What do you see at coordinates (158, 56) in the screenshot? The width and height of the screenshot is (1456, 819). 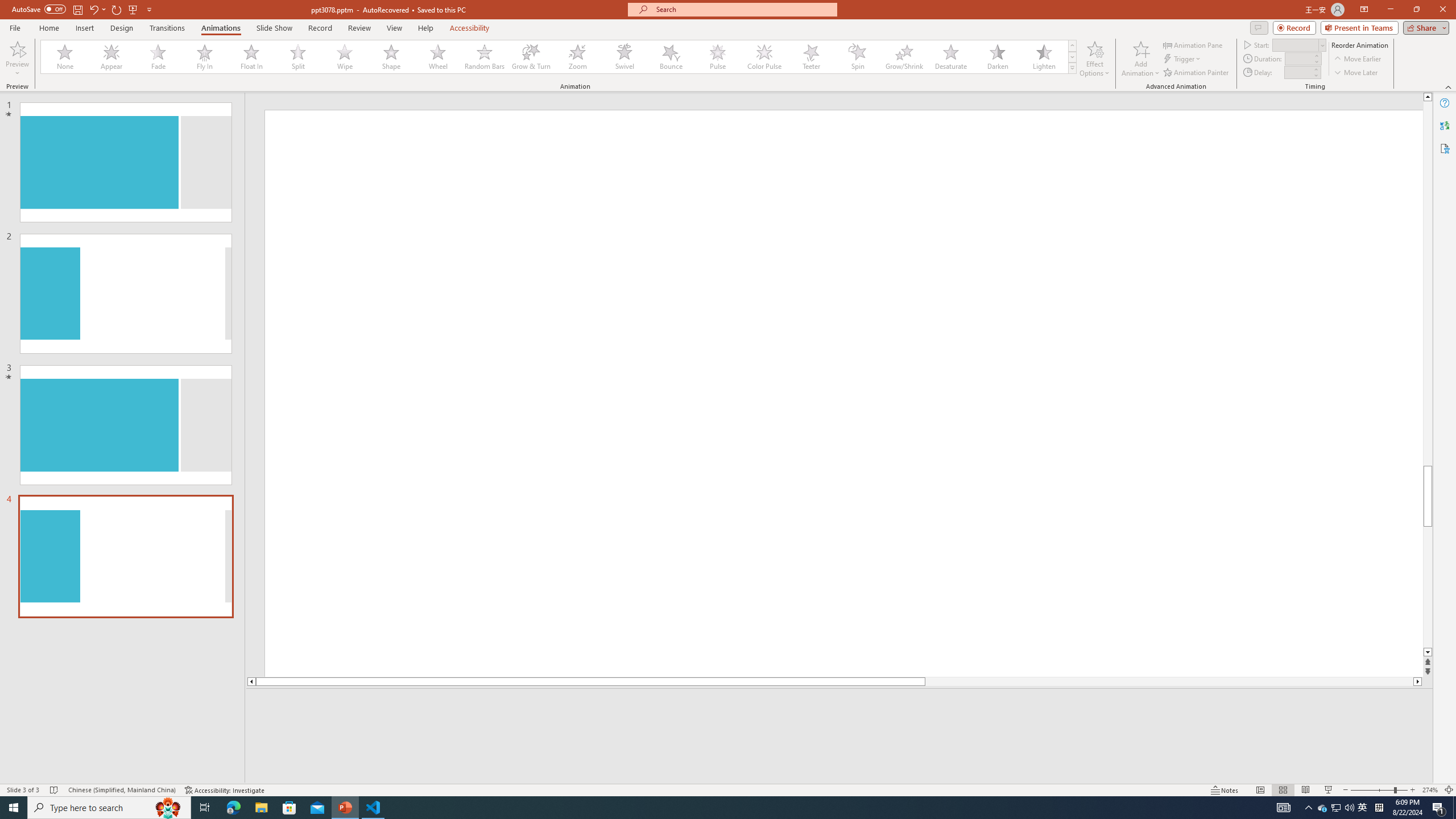 I see `'Fade'` at bounding box center [158, 56].